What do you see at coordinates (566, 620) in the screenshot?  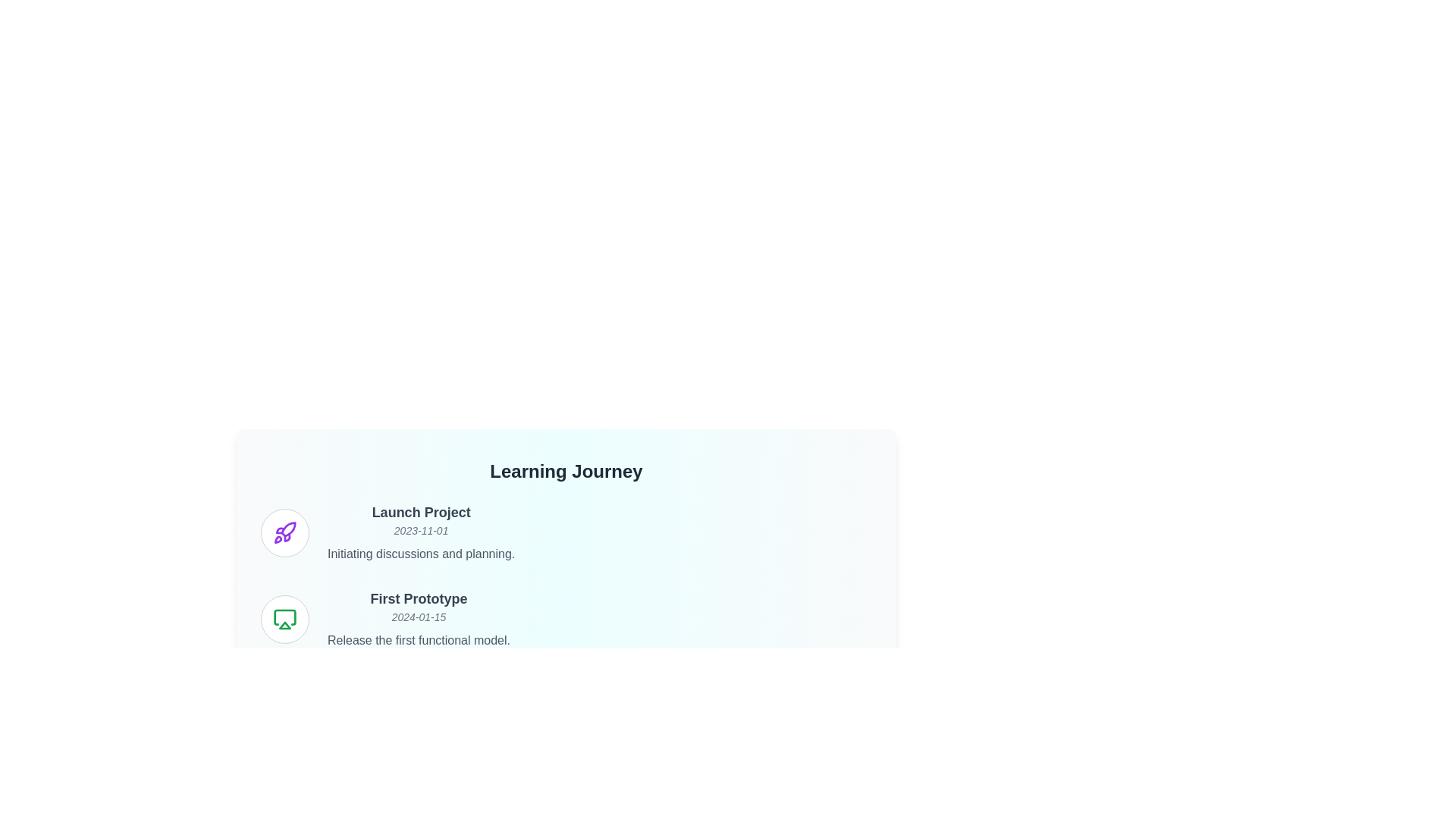 I see `the 'First Prototype' milestone card, which displays the milestone details including the date and description, positioned in the Learning Journey list` at bounding box center [566, 620].